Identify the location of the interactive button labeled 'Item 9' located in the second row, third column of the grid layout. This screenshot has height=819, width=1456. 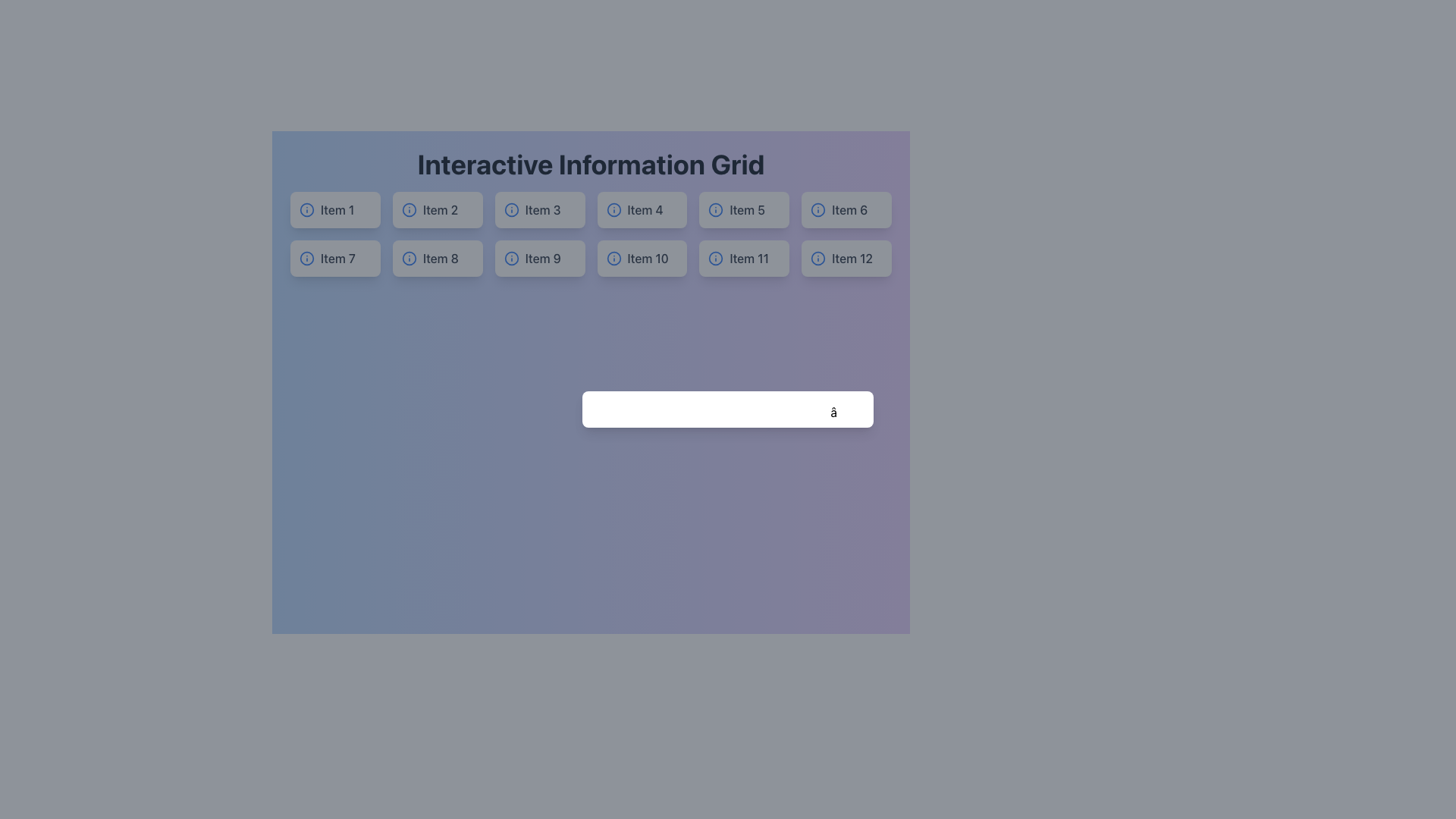
(540, 257).